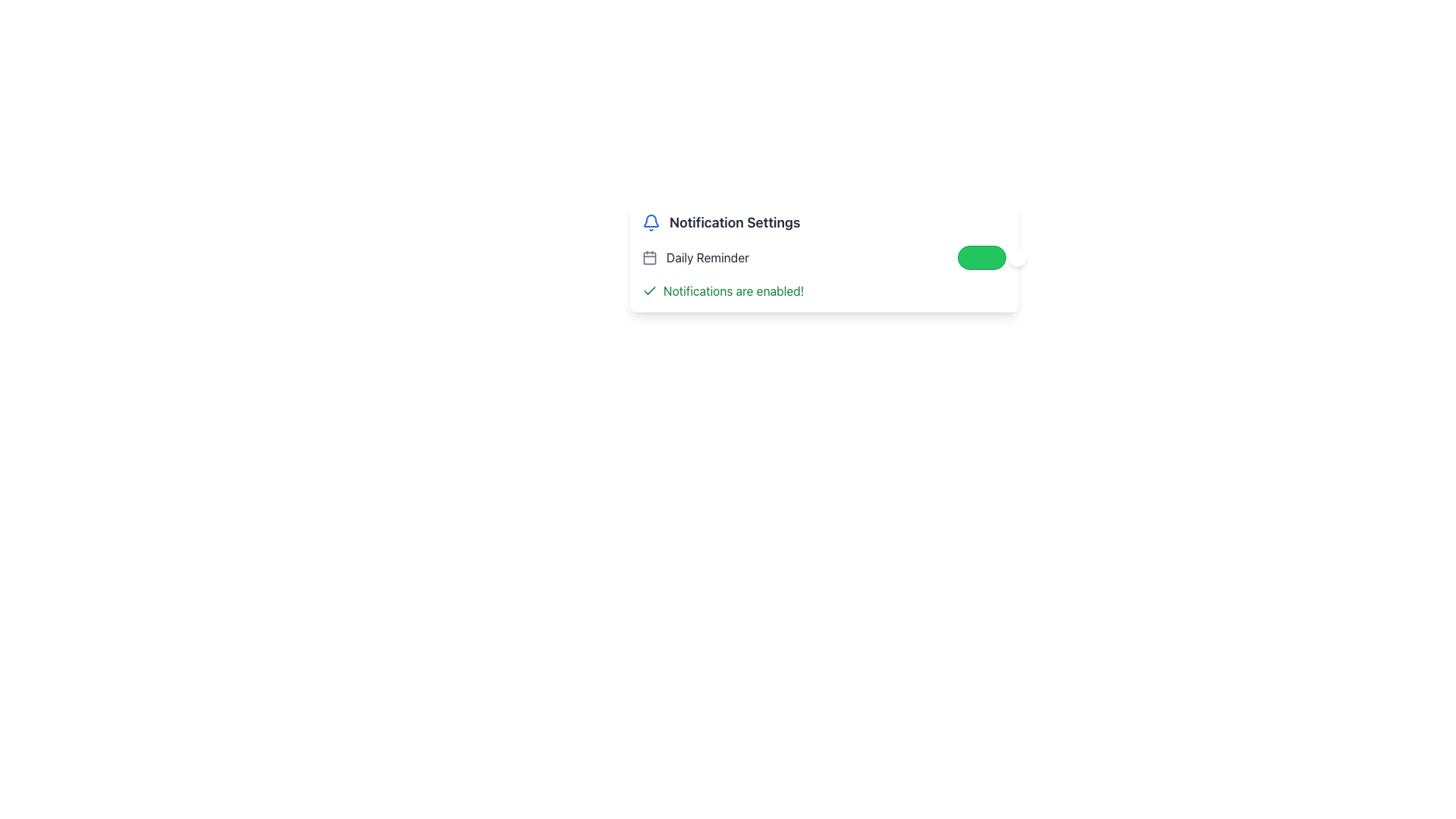 Image resolution: width=1456 pixels, height=819 pixels. What do you see at coordinates (650, 256) in the screenshot?
I see `the gray calendar icon with rounded corners located to the left of the 'Daily Reminder' text under the 'Notification Settings' heading` at bounding box center [650, 256].